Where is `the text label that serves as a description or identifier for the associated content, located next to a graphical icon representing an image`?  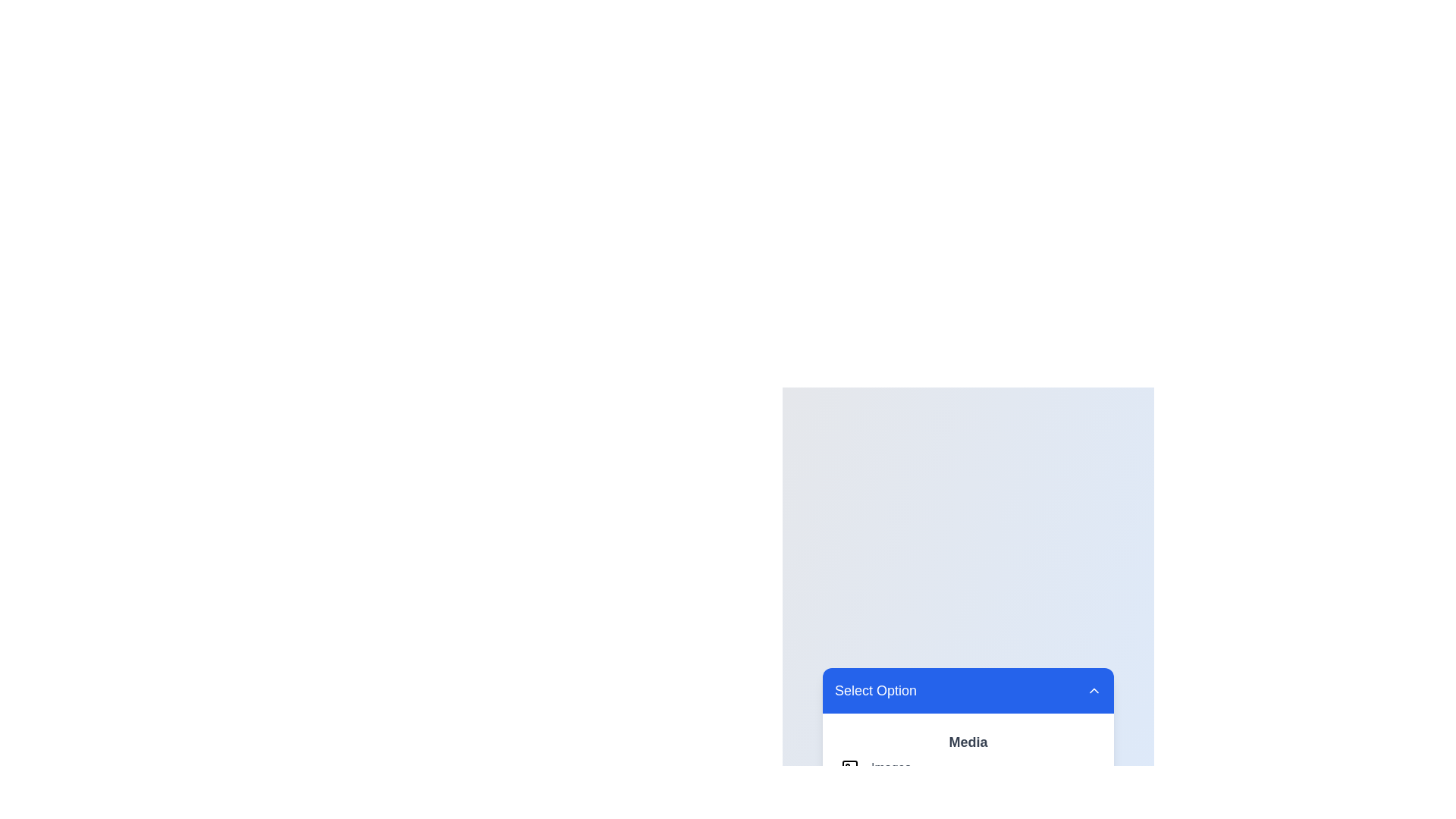 the text label that serves as a description or identifier for the associated content, located next to a graphical icon representing an image is located at coordinates (891, 767).